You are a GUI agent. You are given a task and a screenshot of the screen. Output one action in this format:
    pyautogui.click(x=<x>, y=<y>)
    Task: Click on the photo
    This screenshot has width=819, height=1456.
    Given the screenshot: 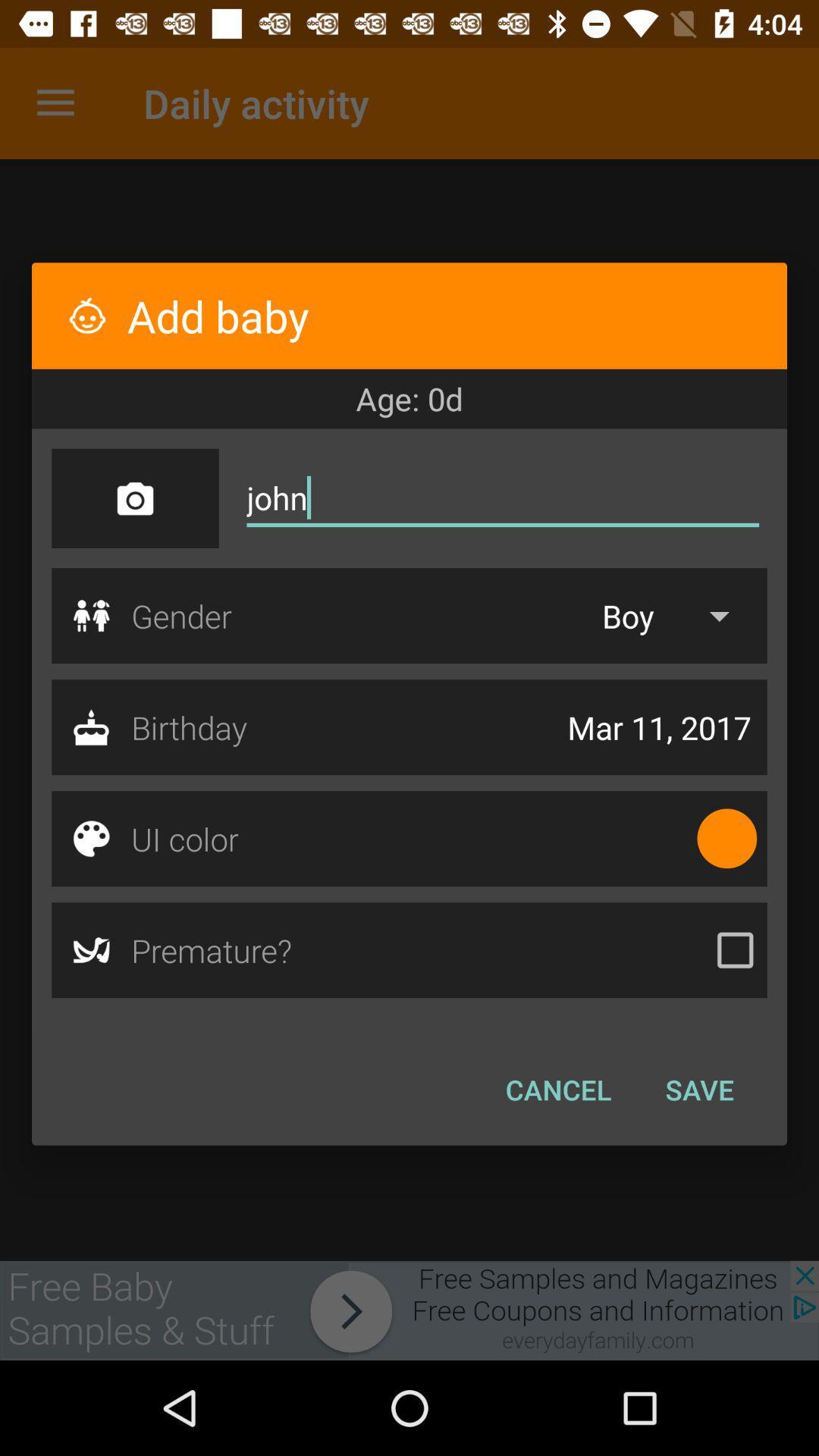 What is the action you would take?
    pyautogui.click(x=134, y=498)
    